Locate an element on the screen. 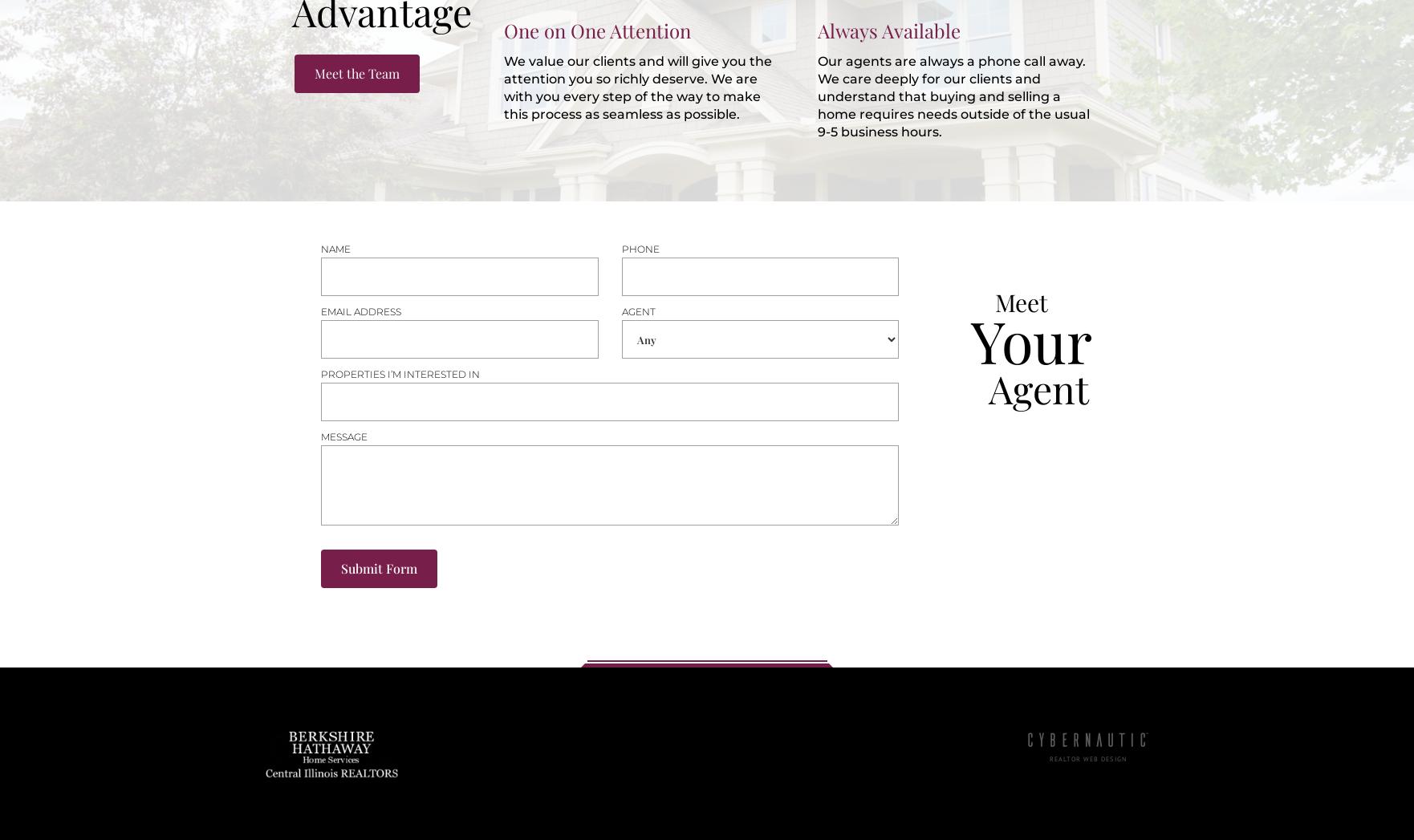 Image resolution: width=1414 pixels, height=840 pixels. 'Our agents are always a phone call away. We care deeply for our clients and understand that buying and selling a home requires needs outside of the usual 9-5 business hours.' is located at coordinates (817, 95).